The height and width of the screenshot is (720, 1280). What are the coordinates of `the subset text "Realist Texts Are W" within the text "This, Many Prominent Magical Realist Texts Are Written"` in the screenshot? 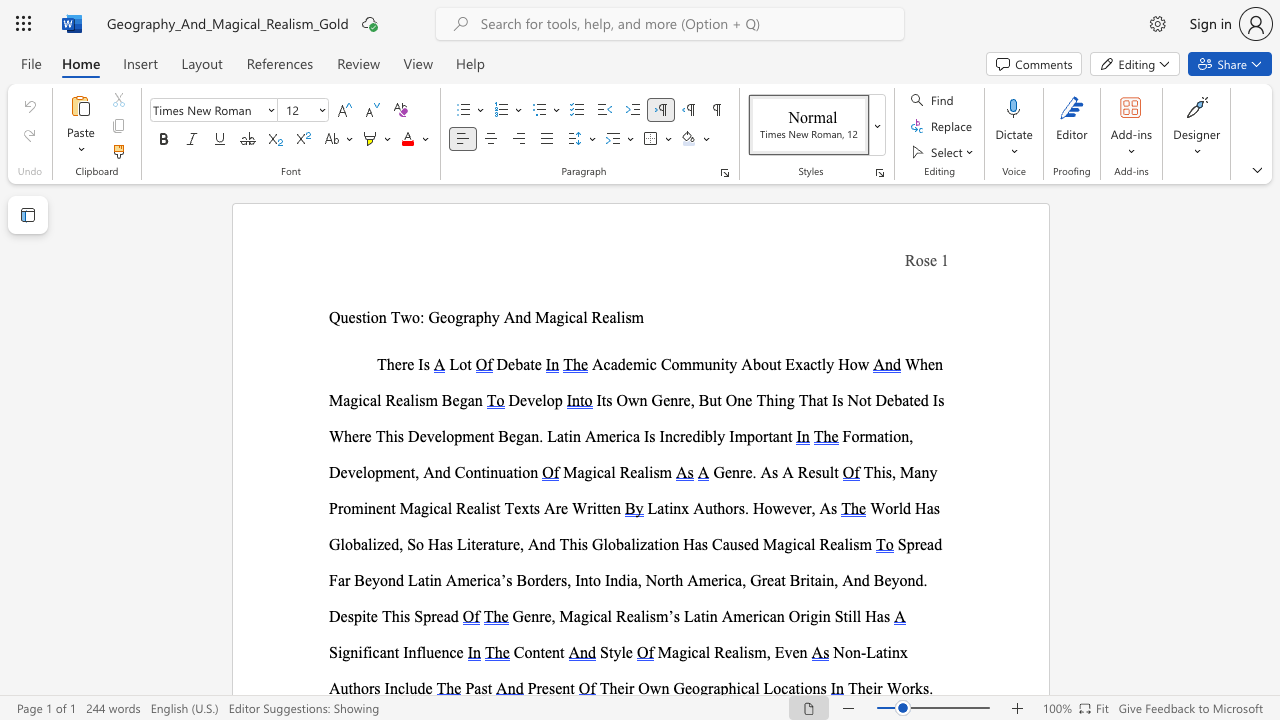 It's located at (455, 507).